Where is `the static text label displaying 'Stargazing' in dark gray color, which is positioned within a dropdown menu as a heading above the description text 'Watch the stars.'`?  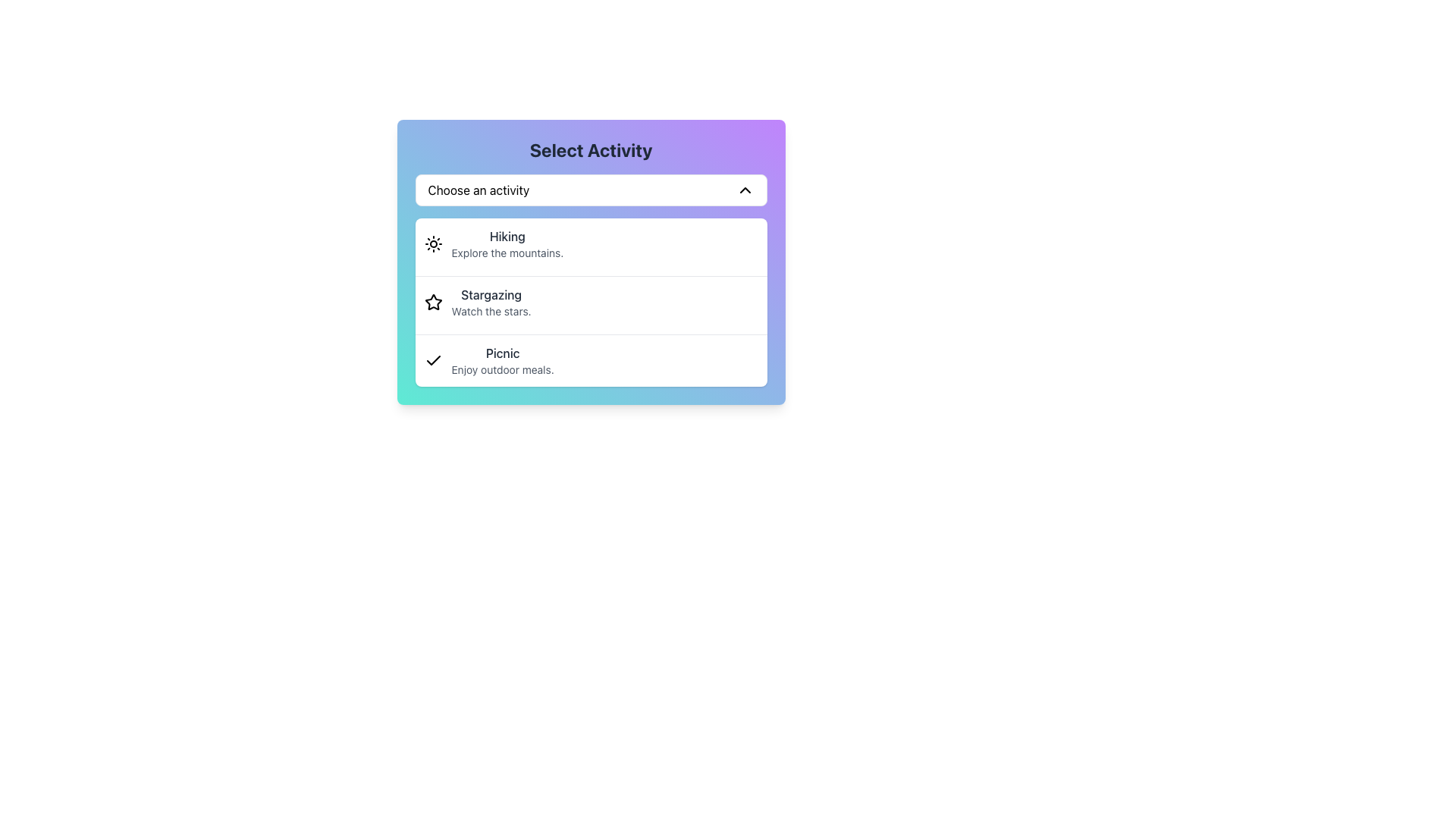
the static text label displaying 'Stargazing' in dark gray color, which is positioned within a dropdown menu as a heading above the description text 'Watch the stars.' is located at coordinates (491, 295).